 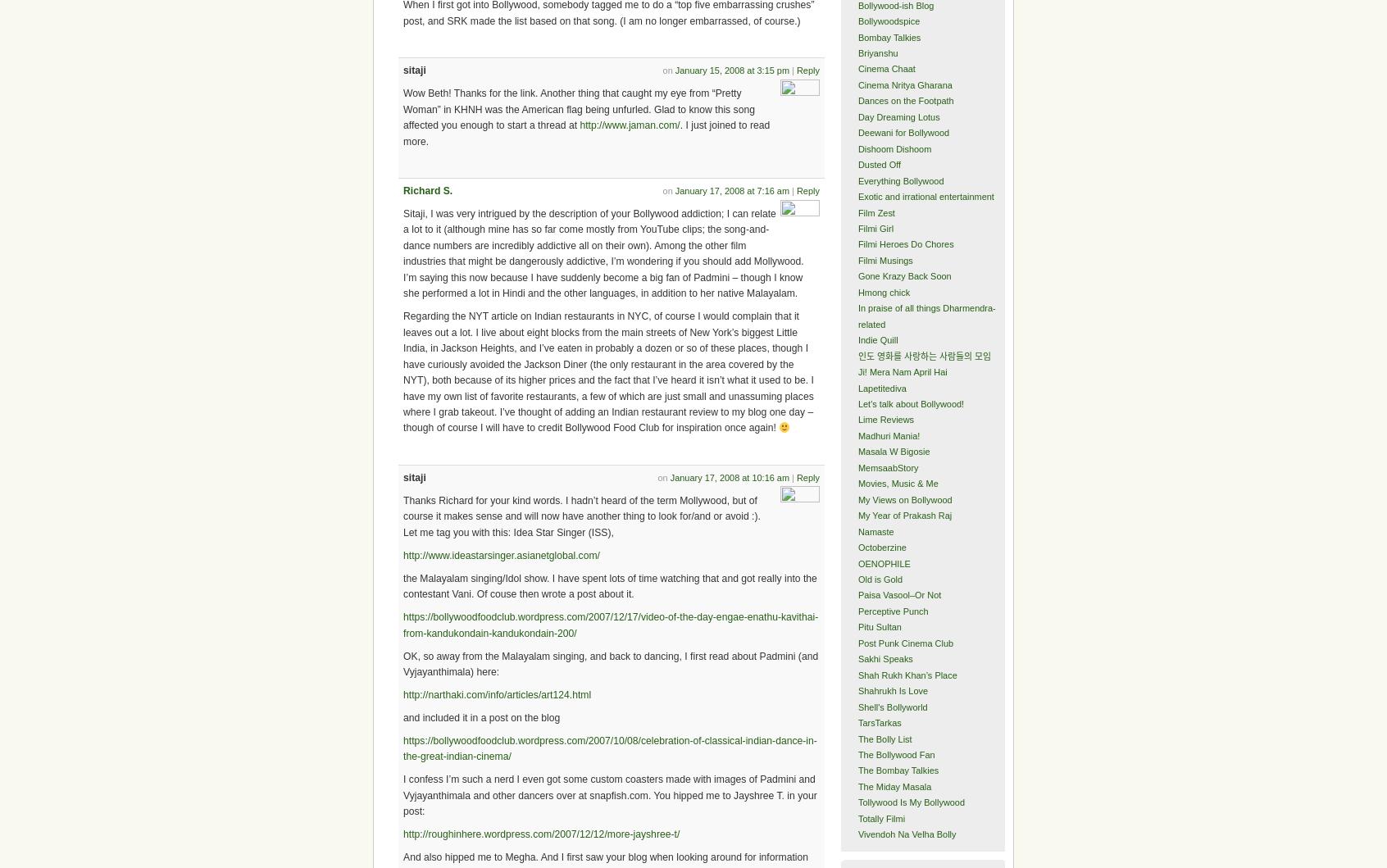 I want to click on 'Lime Reviews', so click(x=856, y=420).